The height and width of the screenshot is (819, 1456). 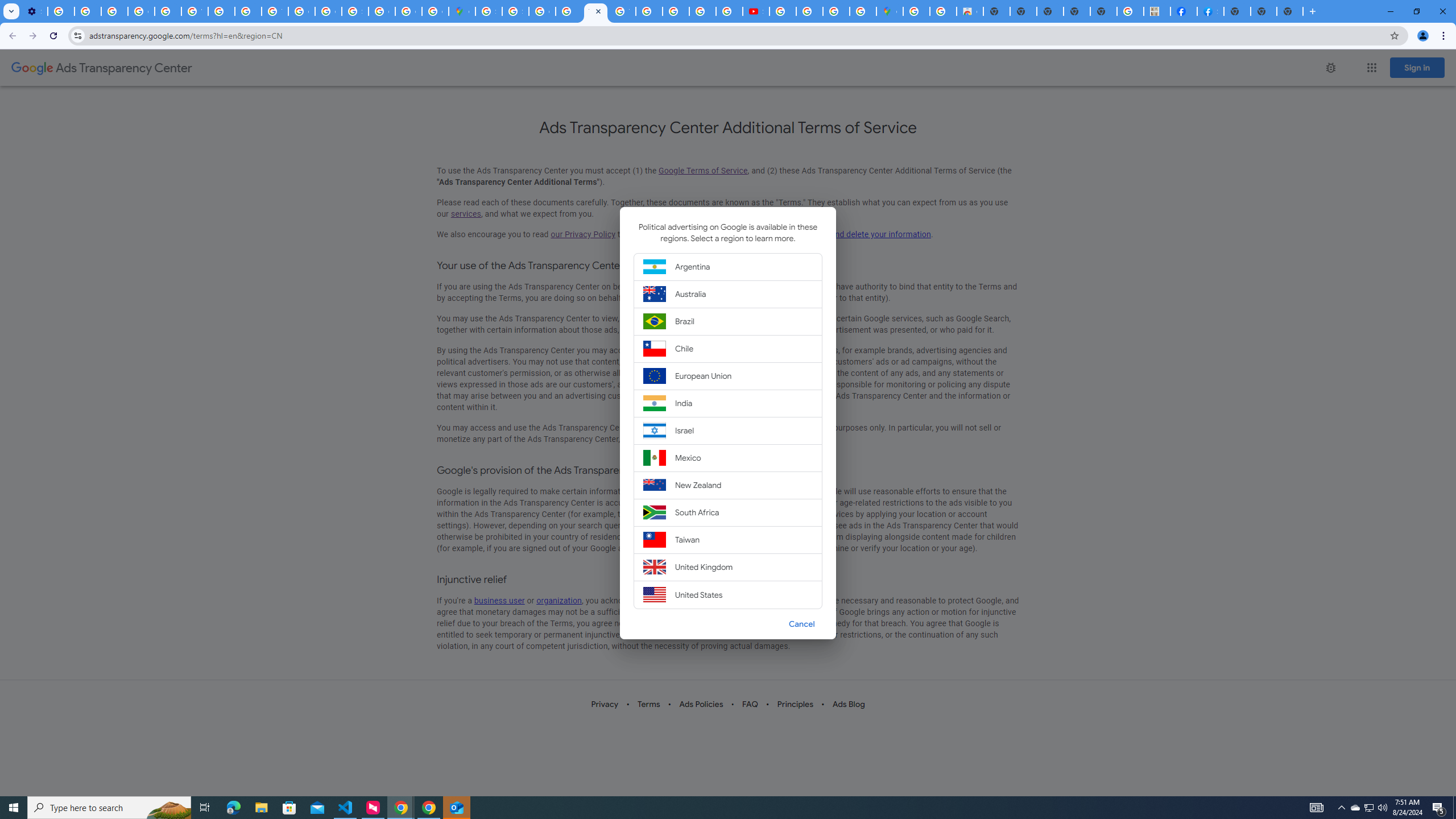 I want to click on 'Google Maps', so click(x=461, y=11).